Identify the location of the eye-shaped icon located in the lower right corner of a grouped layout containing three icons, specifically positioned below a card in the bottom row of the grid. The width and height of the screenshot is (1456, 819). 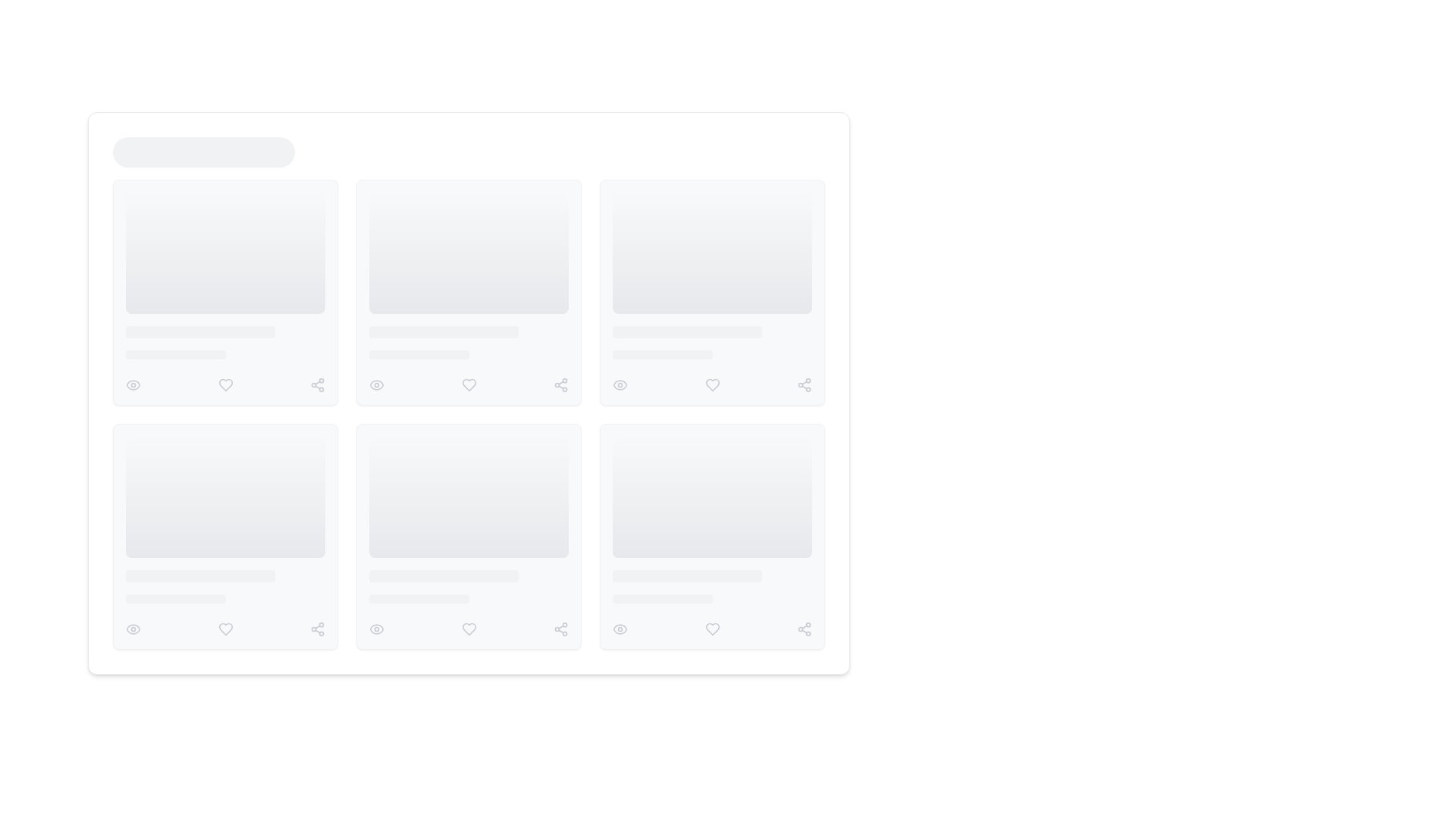
(620, 384).